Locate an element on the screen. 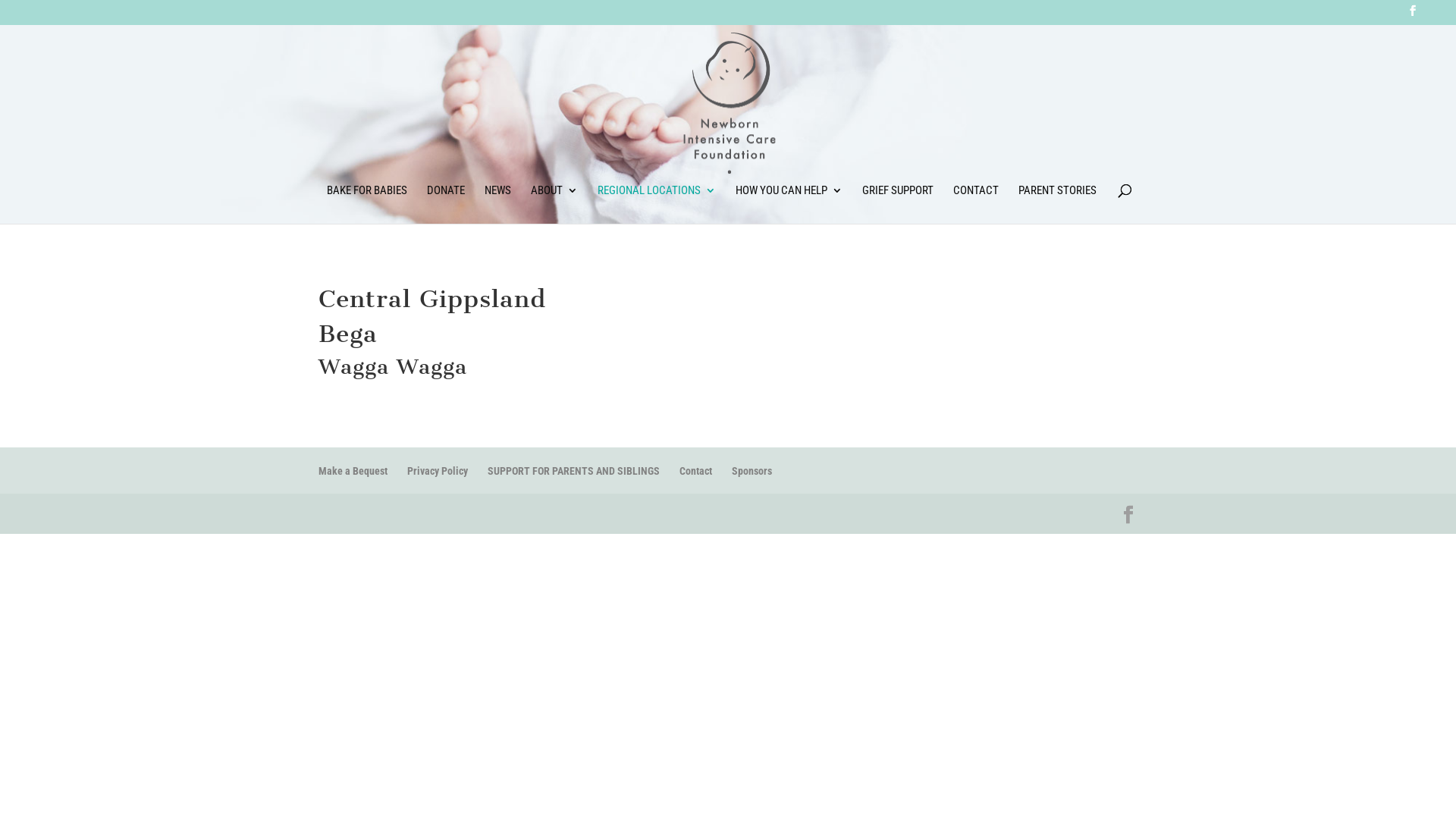 Image resolution: width=1456 pixels, height=819 pixels. 'DONATE' is located at coordinates (444, 203).